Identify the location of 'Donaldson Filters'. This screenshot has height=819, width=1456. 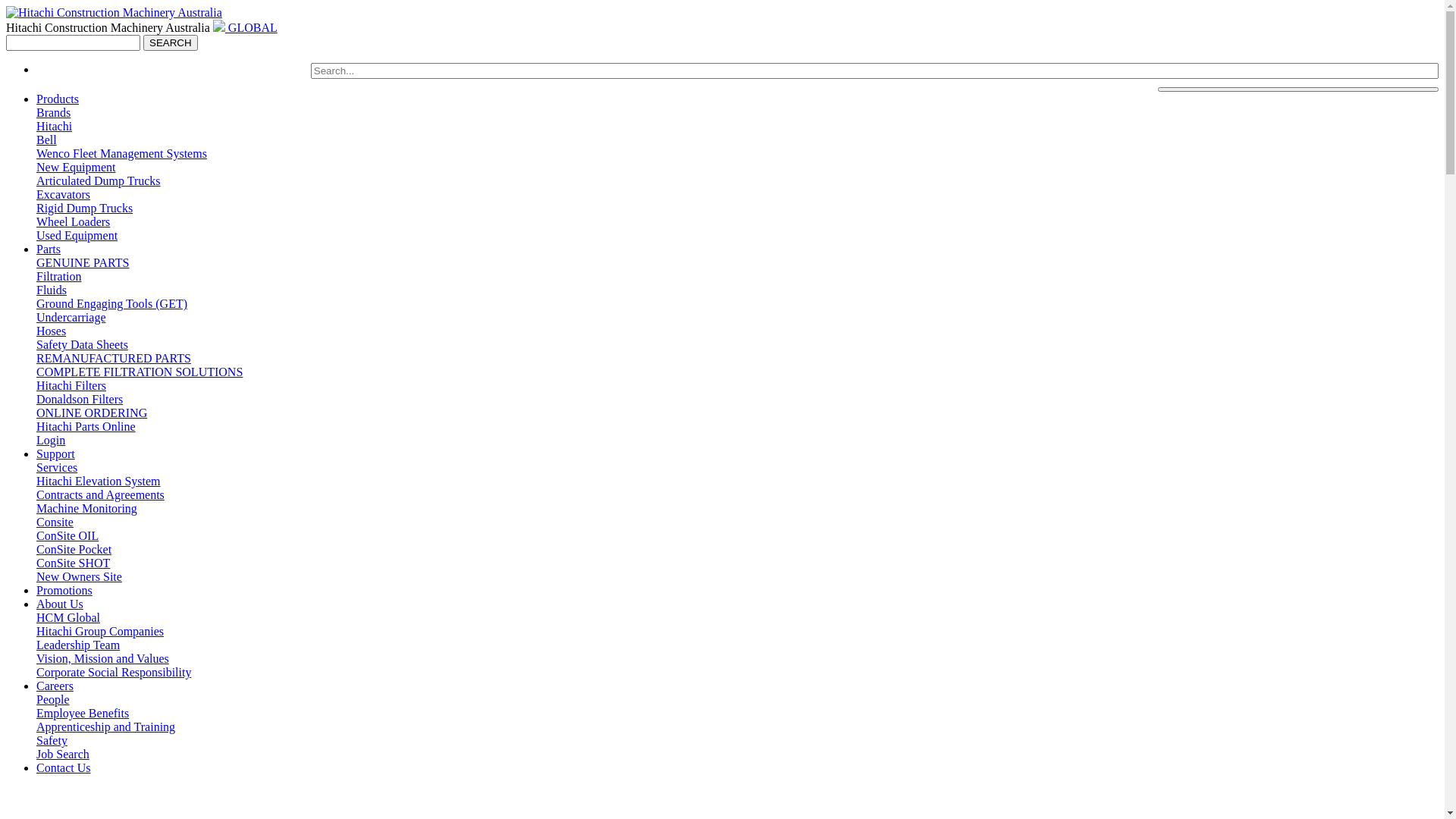
(79, 398).